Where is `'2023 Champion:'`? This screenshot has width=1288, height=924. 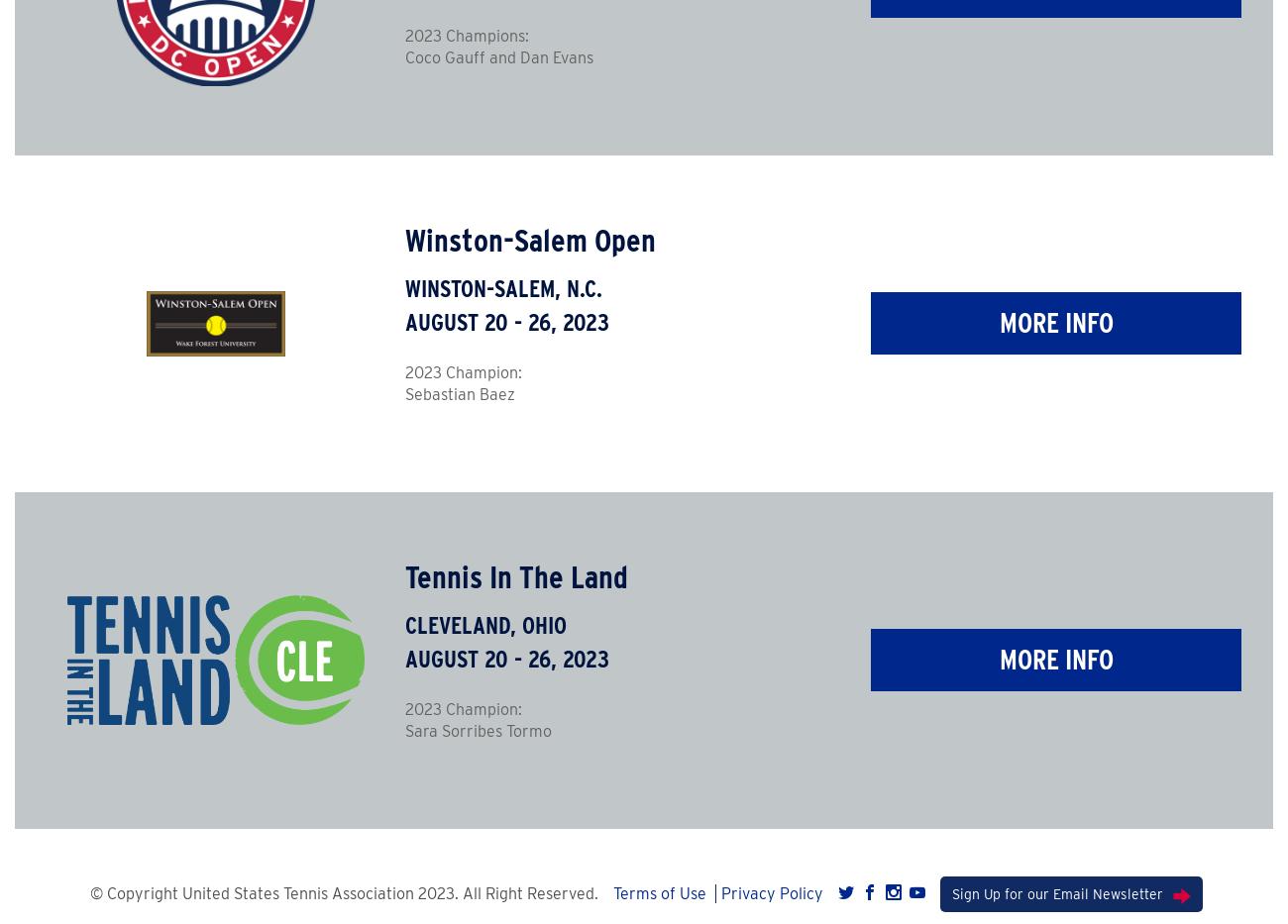
'2023 Champion:' is located at coordinates (461, 372).